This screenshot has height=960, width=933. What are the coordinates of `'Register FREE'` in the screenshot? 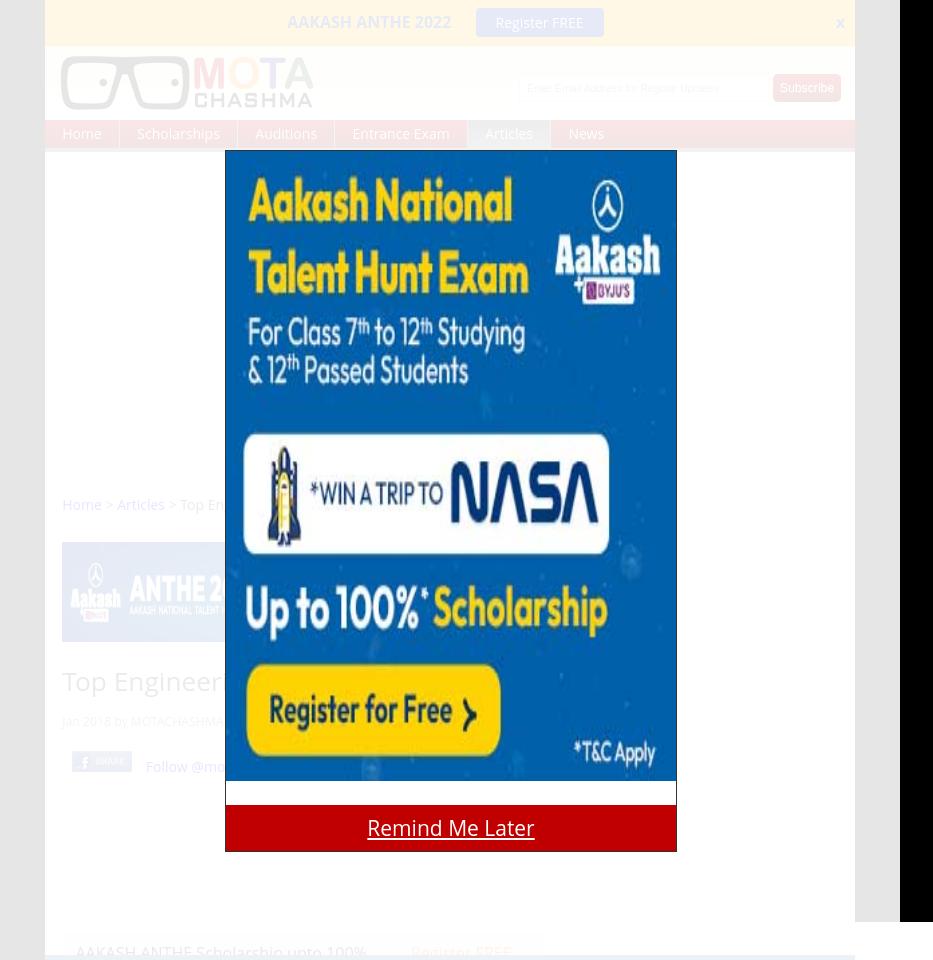 It's located at (537, 21).